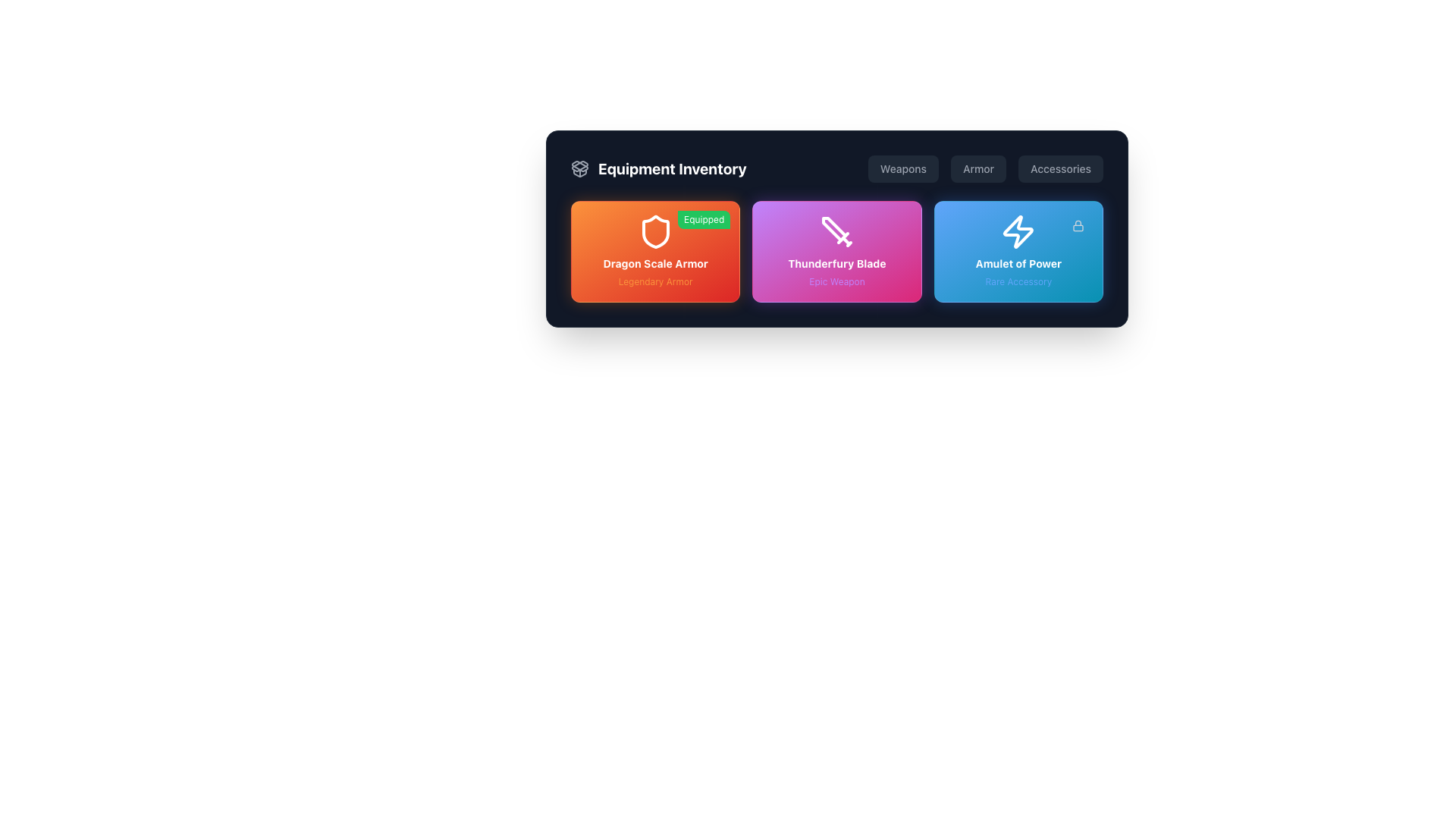 The width and height of the screenshot is (1456, 819). What do you see at coordinates (903, 169) in the screenshot?
I see `the 'Weapons' button, which is the first button in a row of three buttons at the upper center of the interface, intended to filter or categorize items within the inventory` at bounding box center [903, 169].